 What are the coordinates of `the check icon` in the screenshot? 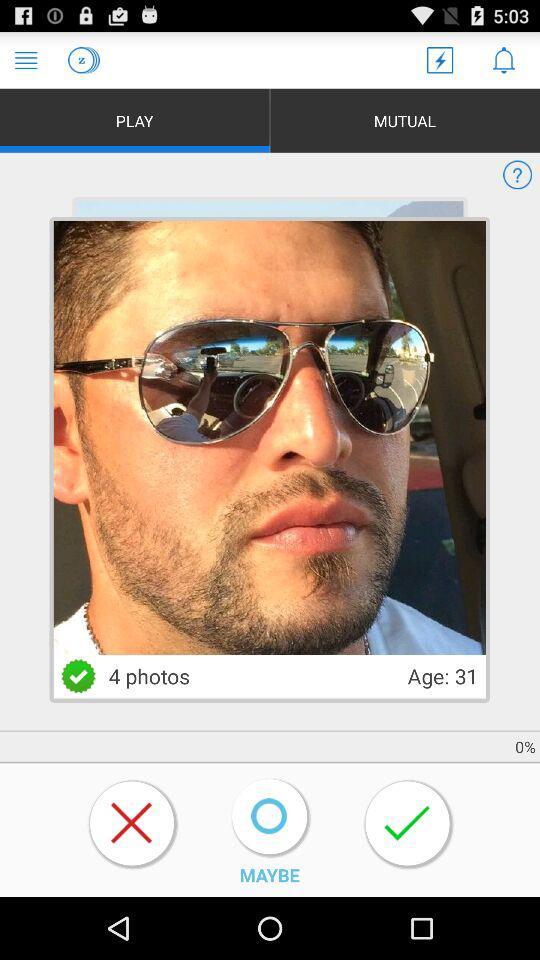 It's located at (77, 722).